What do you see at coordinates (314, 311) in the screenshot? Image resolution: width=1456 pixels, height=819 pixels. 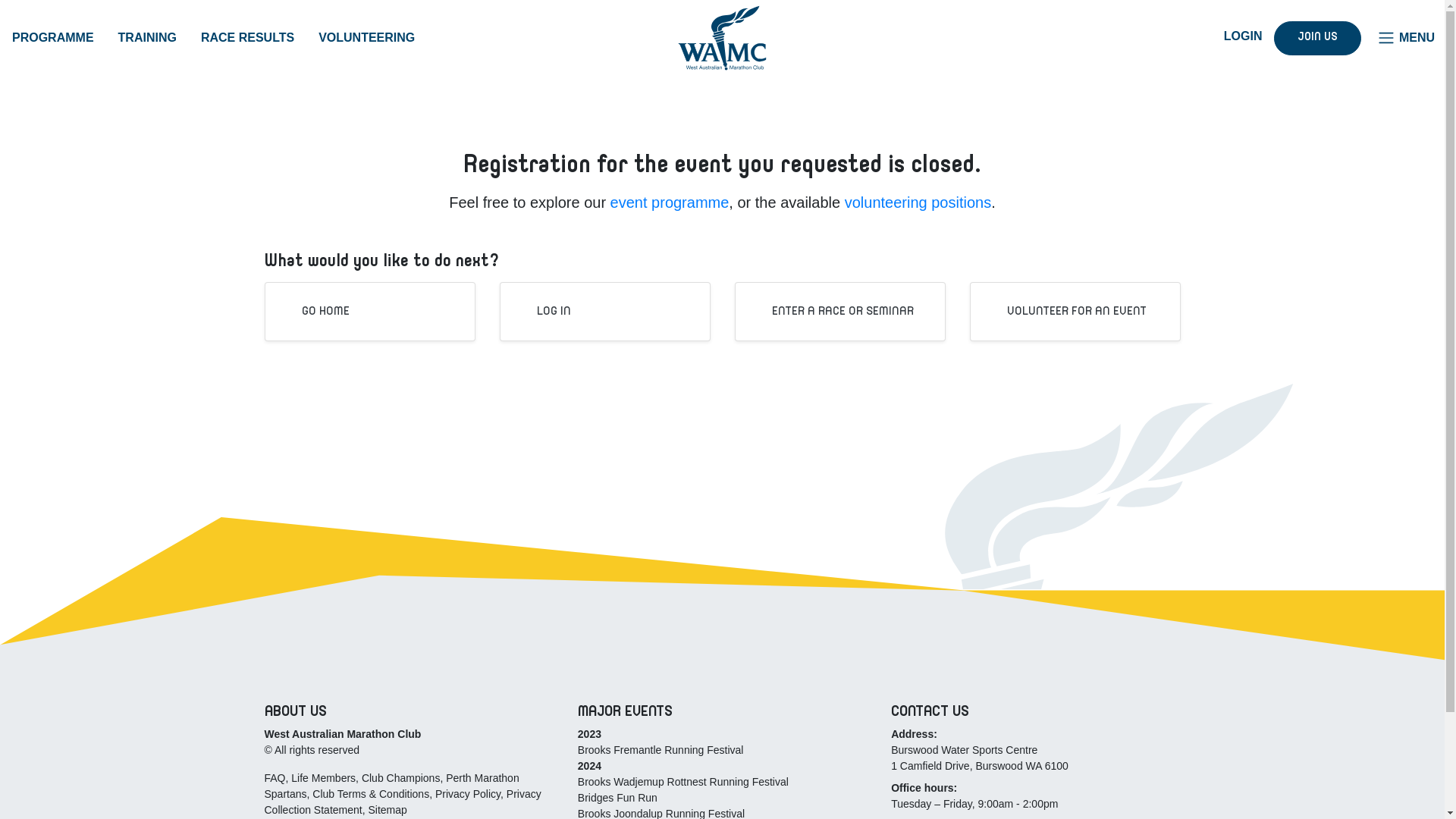 I see `'GO HOME'` at bounding box center [314, 311].